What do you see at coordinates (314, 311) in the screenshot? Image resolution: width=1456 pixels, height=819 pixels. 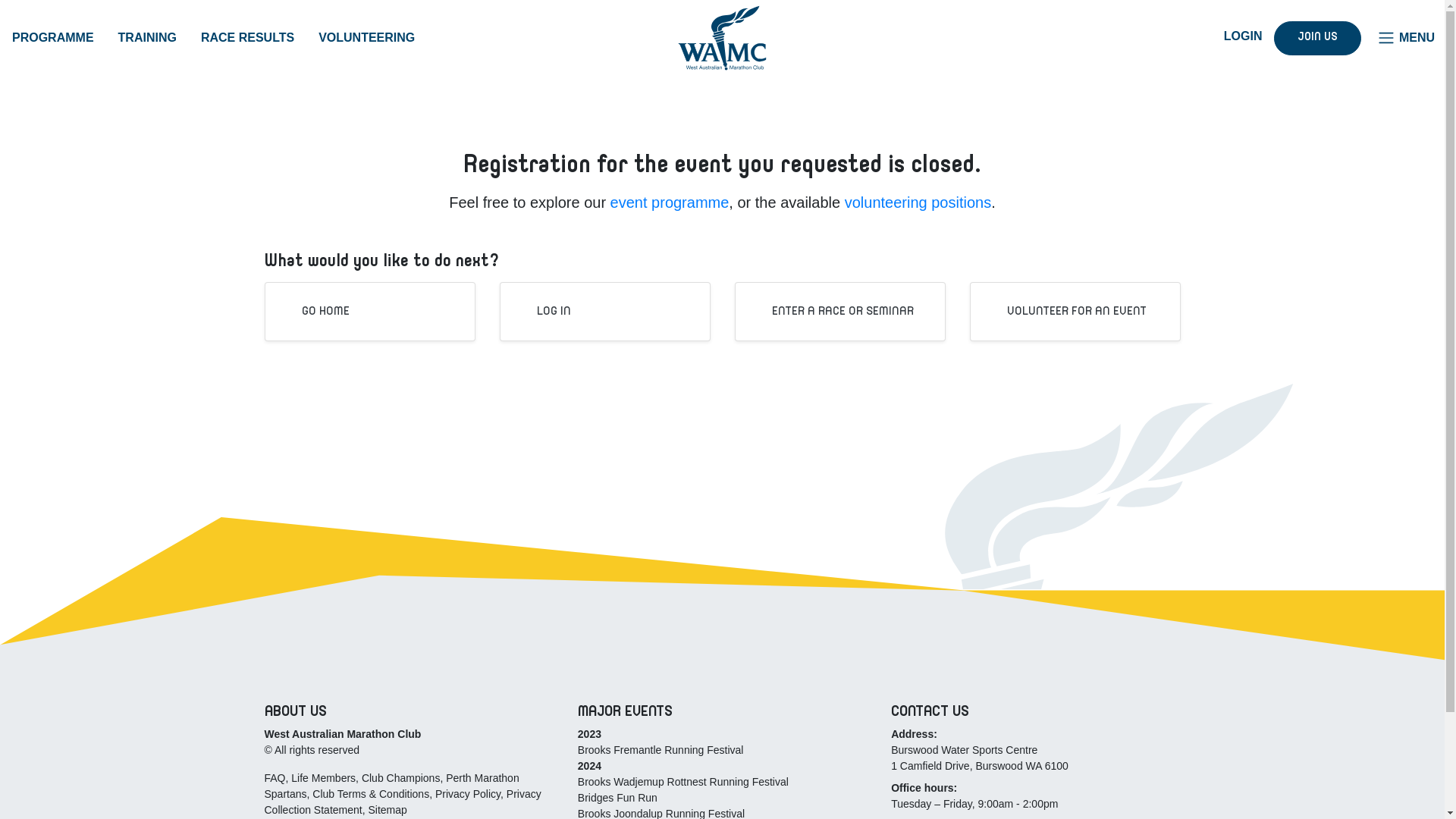 I see `'GO HOME'` at bounding box center [314, 311].